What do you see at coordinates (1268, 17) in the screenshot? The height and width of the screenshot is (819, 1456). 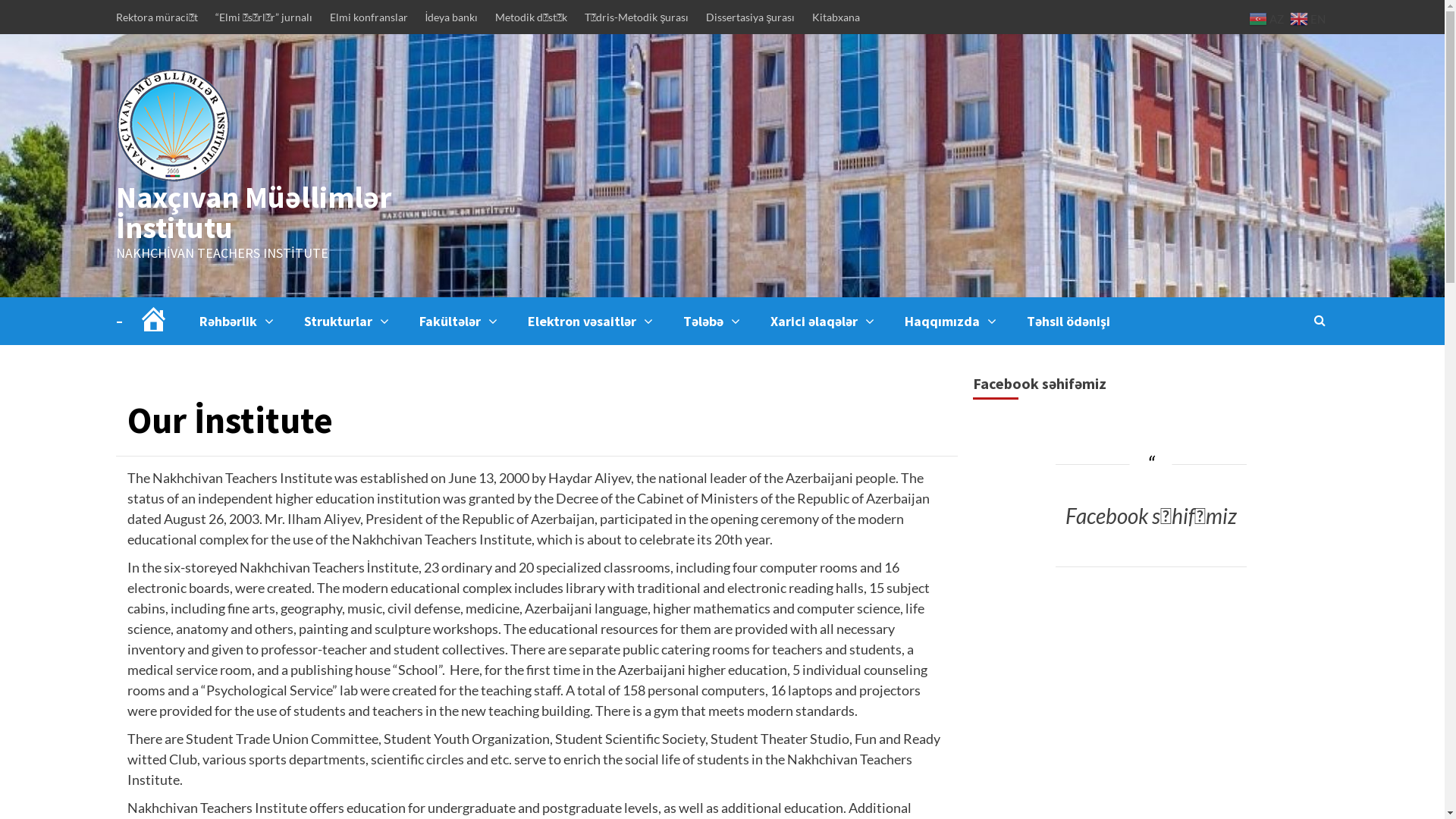 I see `'AZ'` at bounding box center [1268, 17].